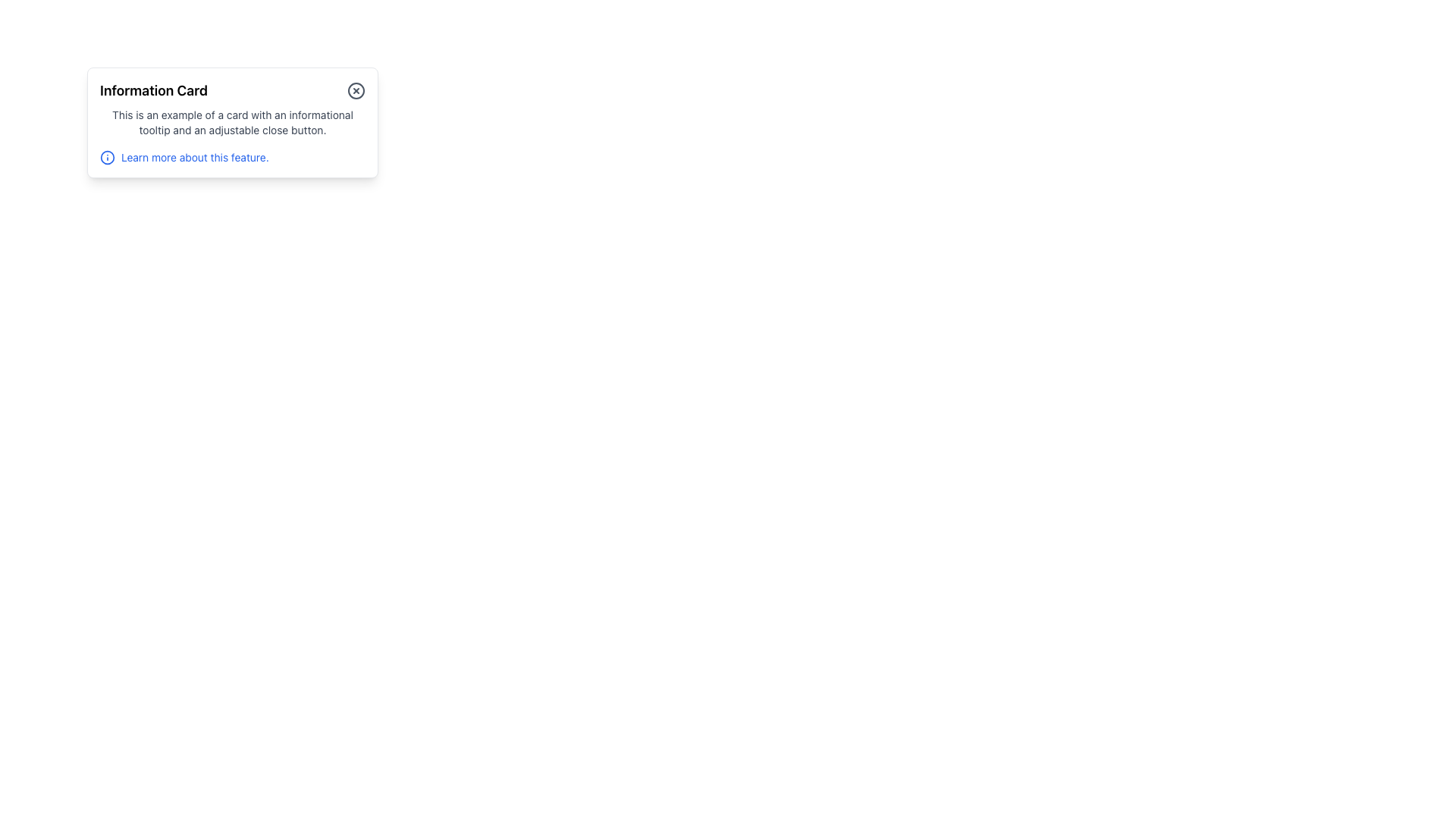 This screenshot has width=1456, height=819. What do you see at coordinates (232, 122) in the screenshot?
I see `descriptive text located in the middle section of the 'Information Card', positioned below the title and above the 'Learn more about this feature.' link` at bounding box center [232, 122].